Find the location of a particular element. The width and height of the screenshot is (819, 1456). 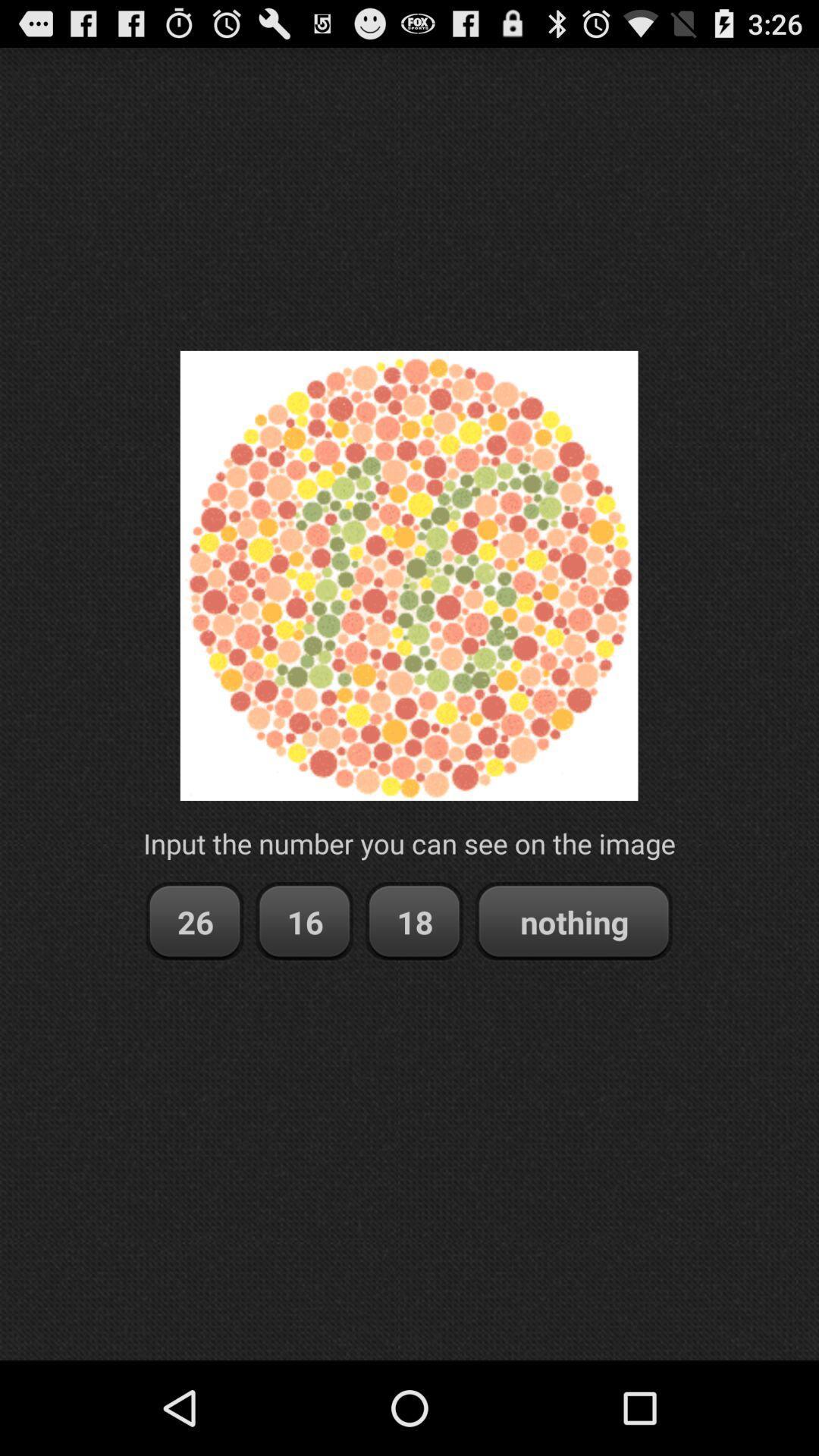

26 item is located at coordinates (193, 921).